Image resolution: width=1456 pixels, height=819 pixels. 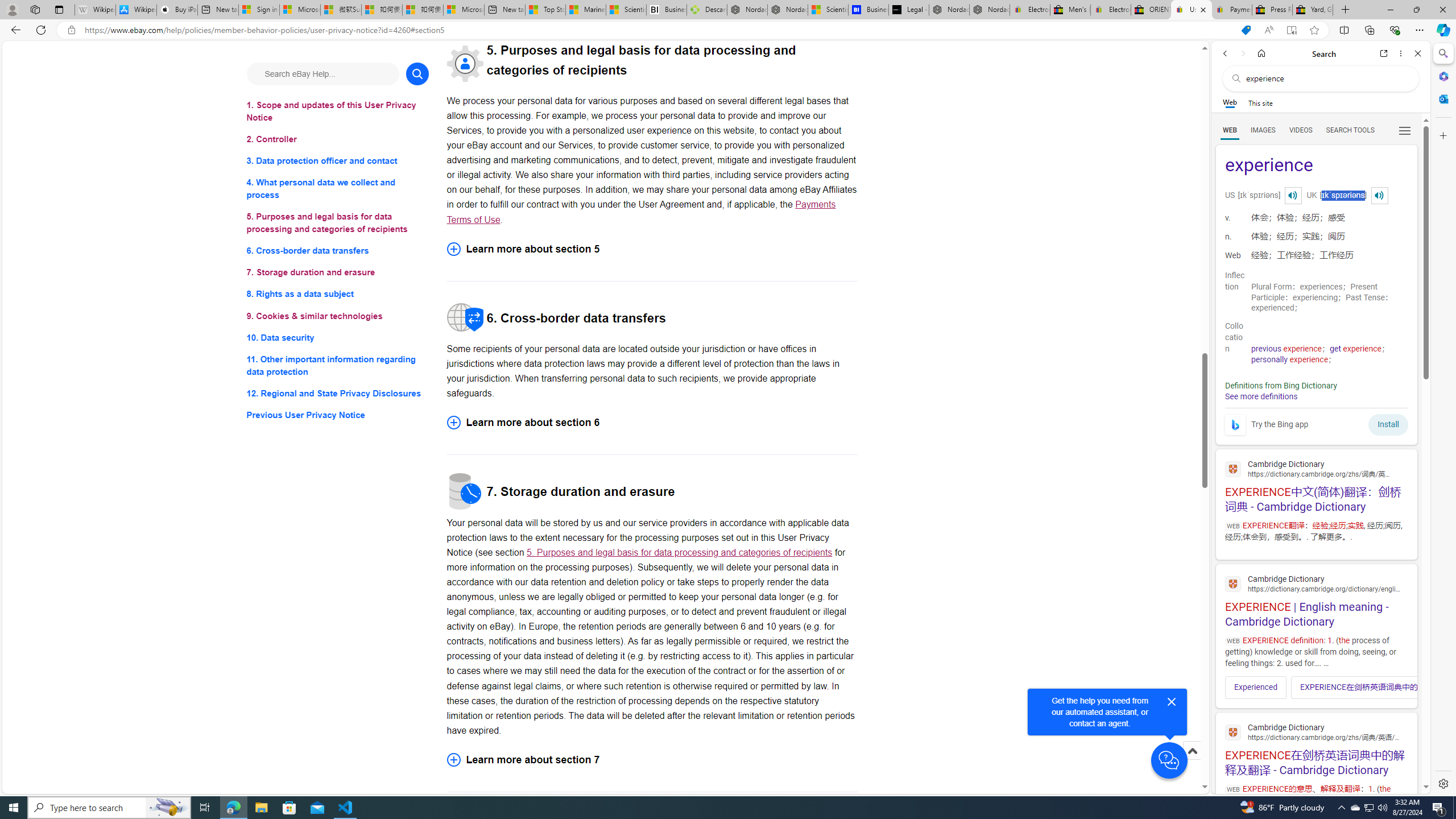 I want to click on 'Search eBay Help...', so click(x=322, y=73).